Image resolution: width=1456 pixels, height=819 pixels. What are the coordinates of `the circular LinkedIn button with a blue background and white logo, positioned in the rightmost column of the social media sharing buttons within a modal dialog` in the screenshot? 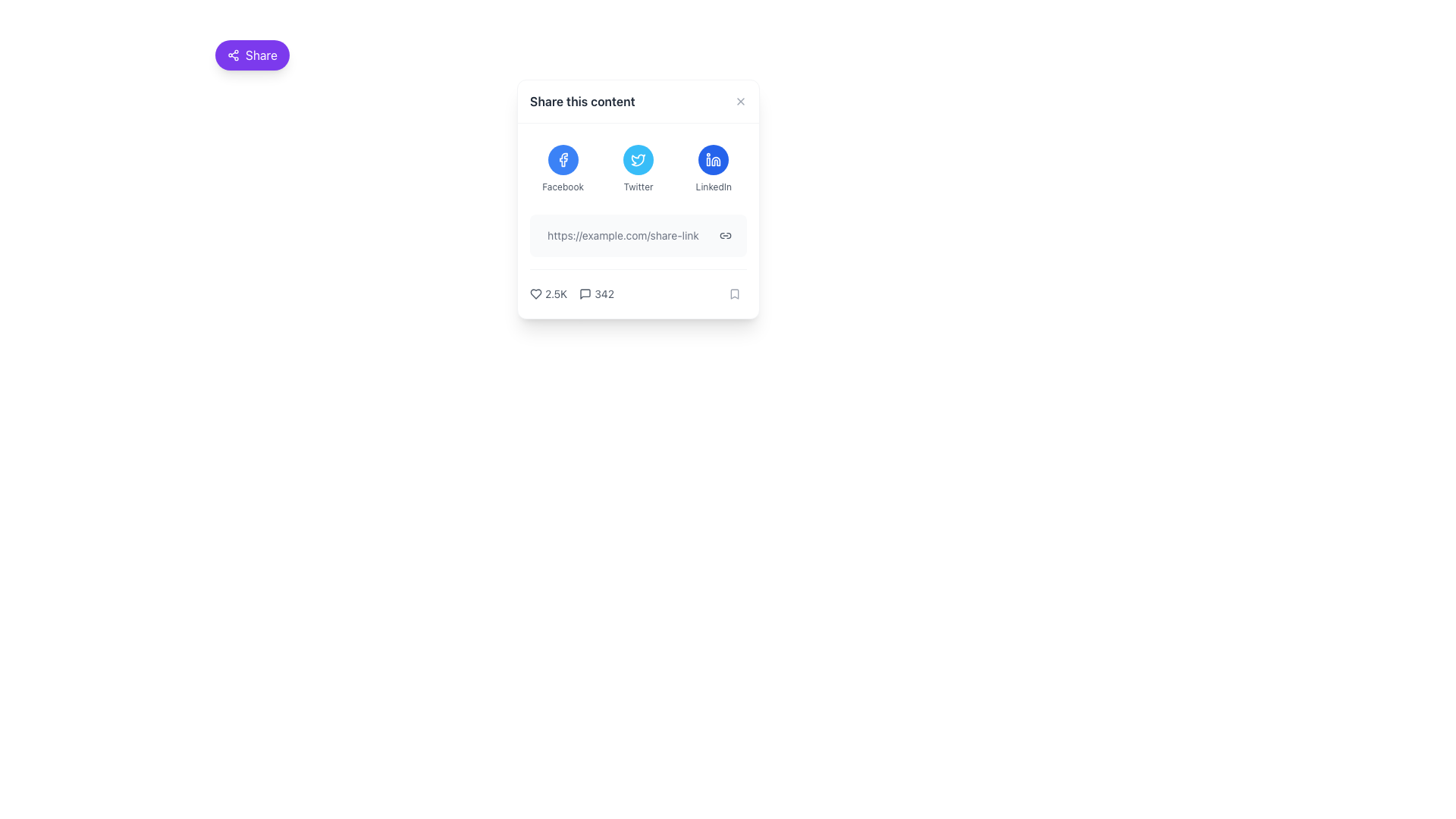 It's located at (713, 160).